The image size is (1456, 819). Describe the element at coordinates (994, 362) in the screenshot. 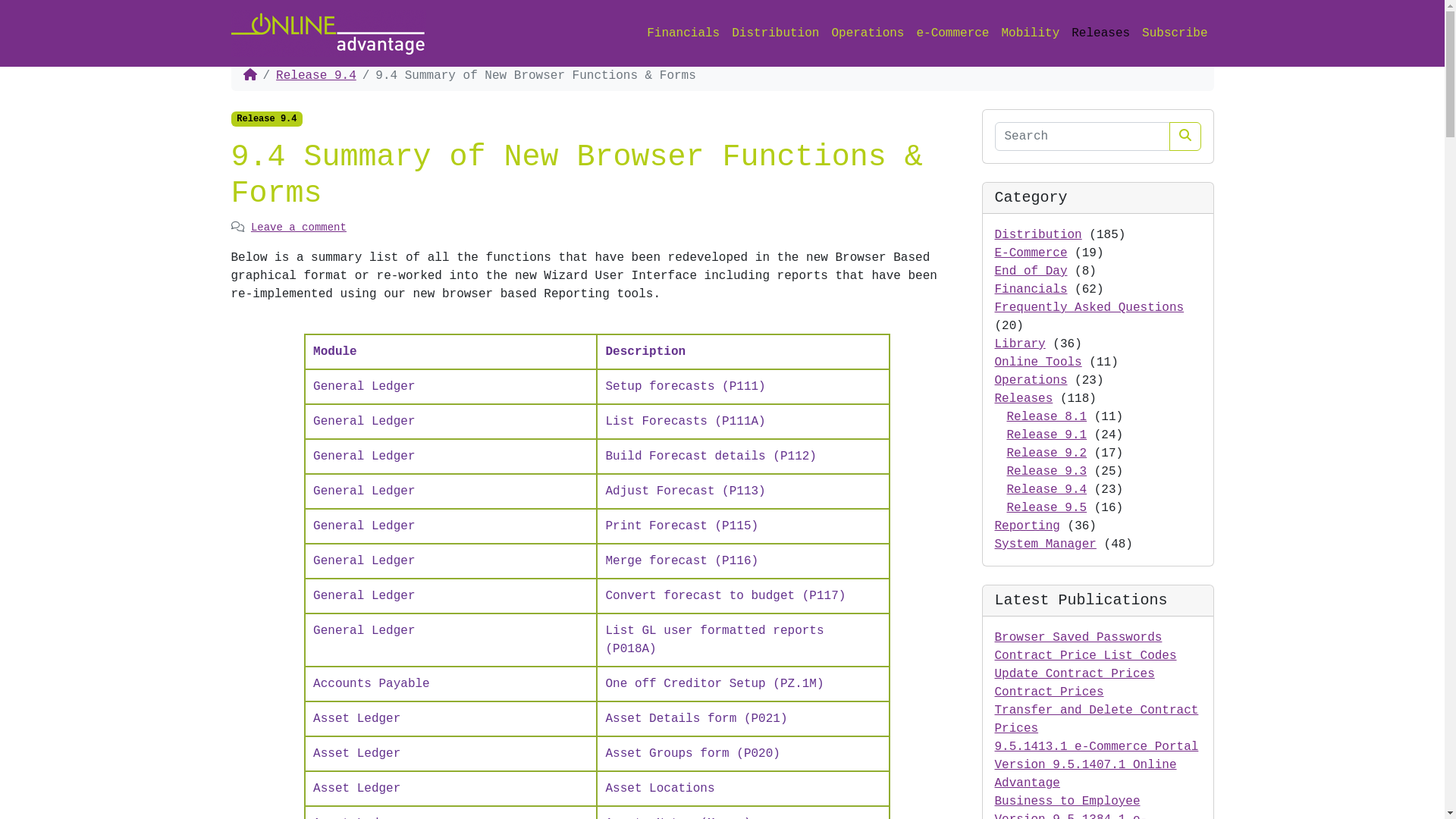

I see `'Online Tools'` at that location.